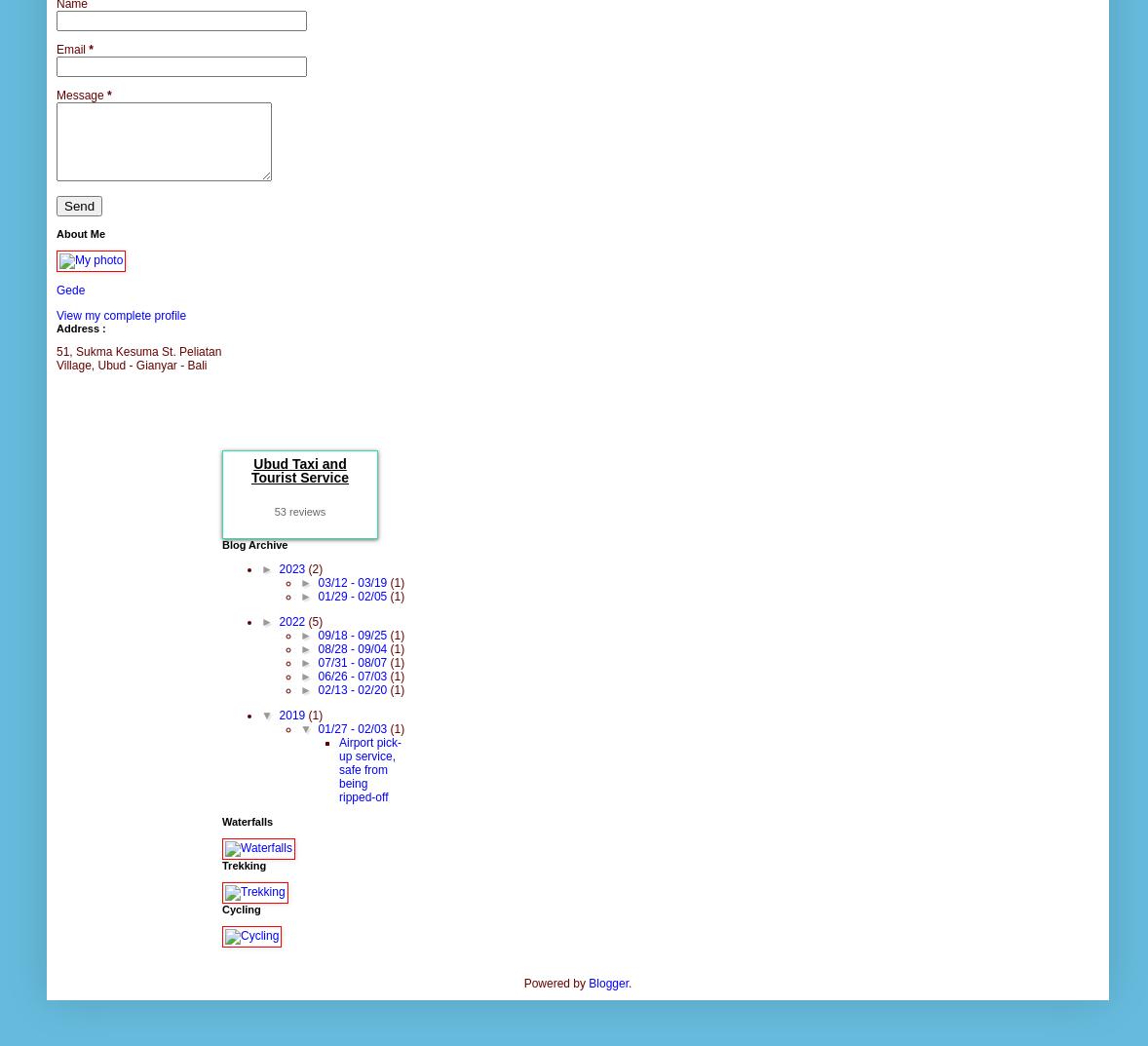 The width and height of the screenshot is (1148, 1046). What do you see at coordinates (80, 327) in the screenshot?
I see `'Address :'` at bounding box center [80, 327].